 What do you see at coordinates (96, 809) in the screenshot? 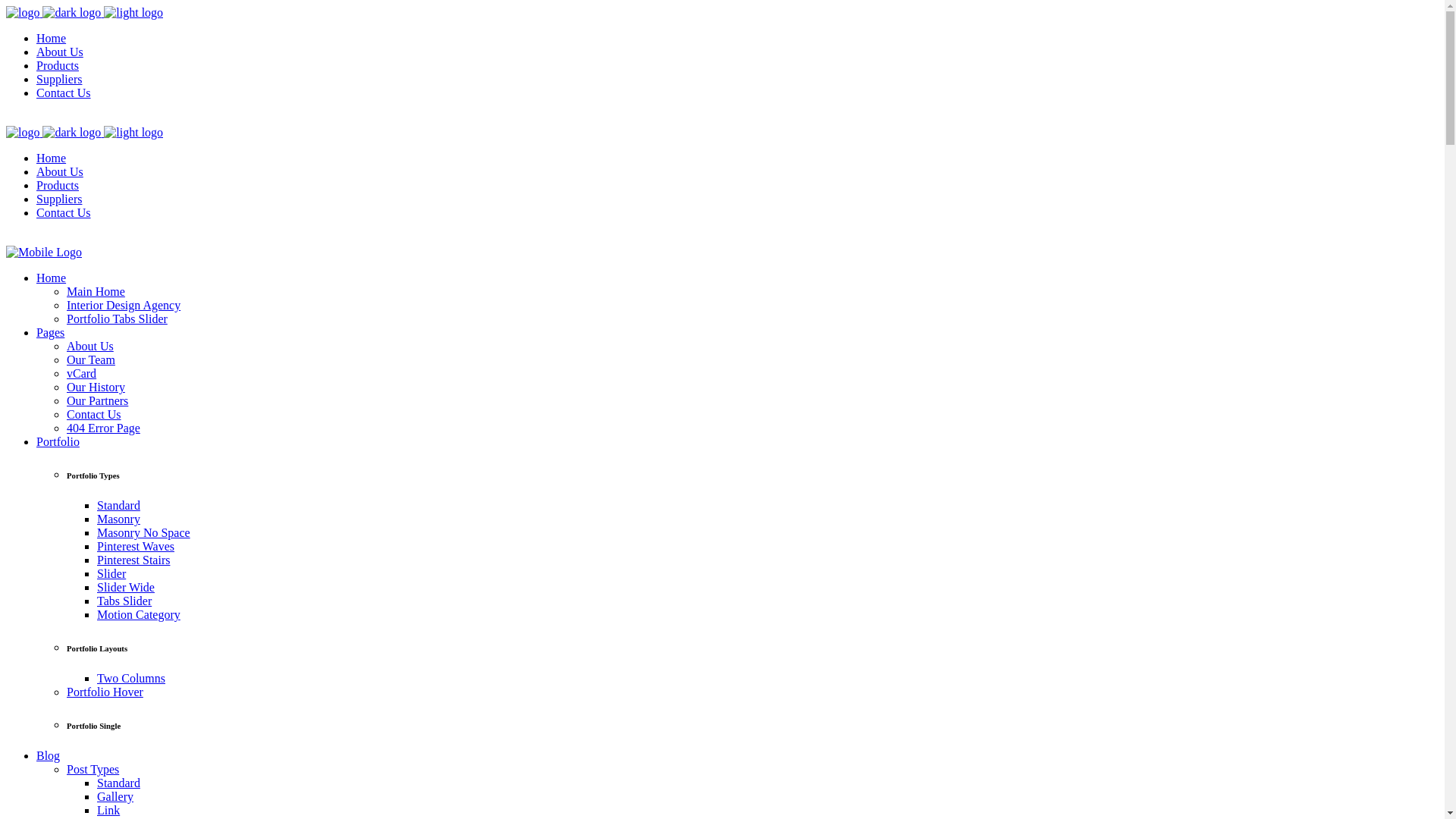
I see `'Link'` at bounding box center [96, 809].